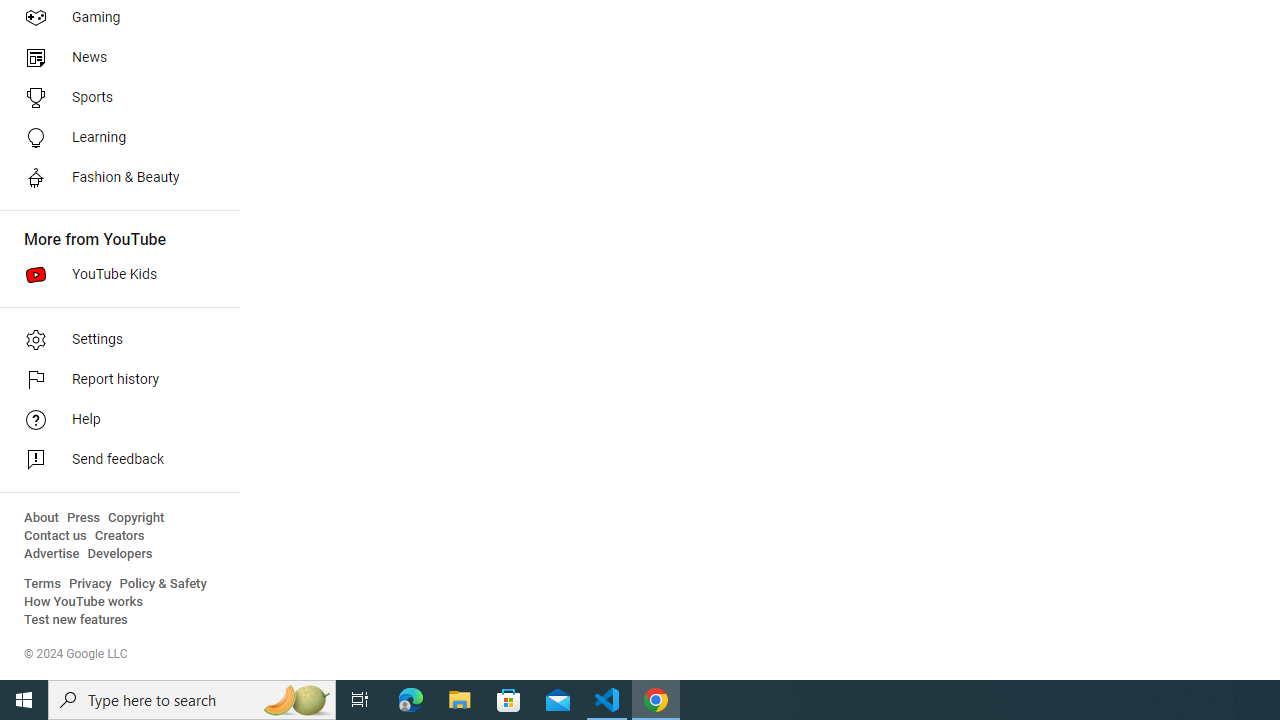 The width and height of the screenshot is (1280, 720). Describe the element at coordinates (118, 535) in the screenshot. I see `'Creators'` at that location.